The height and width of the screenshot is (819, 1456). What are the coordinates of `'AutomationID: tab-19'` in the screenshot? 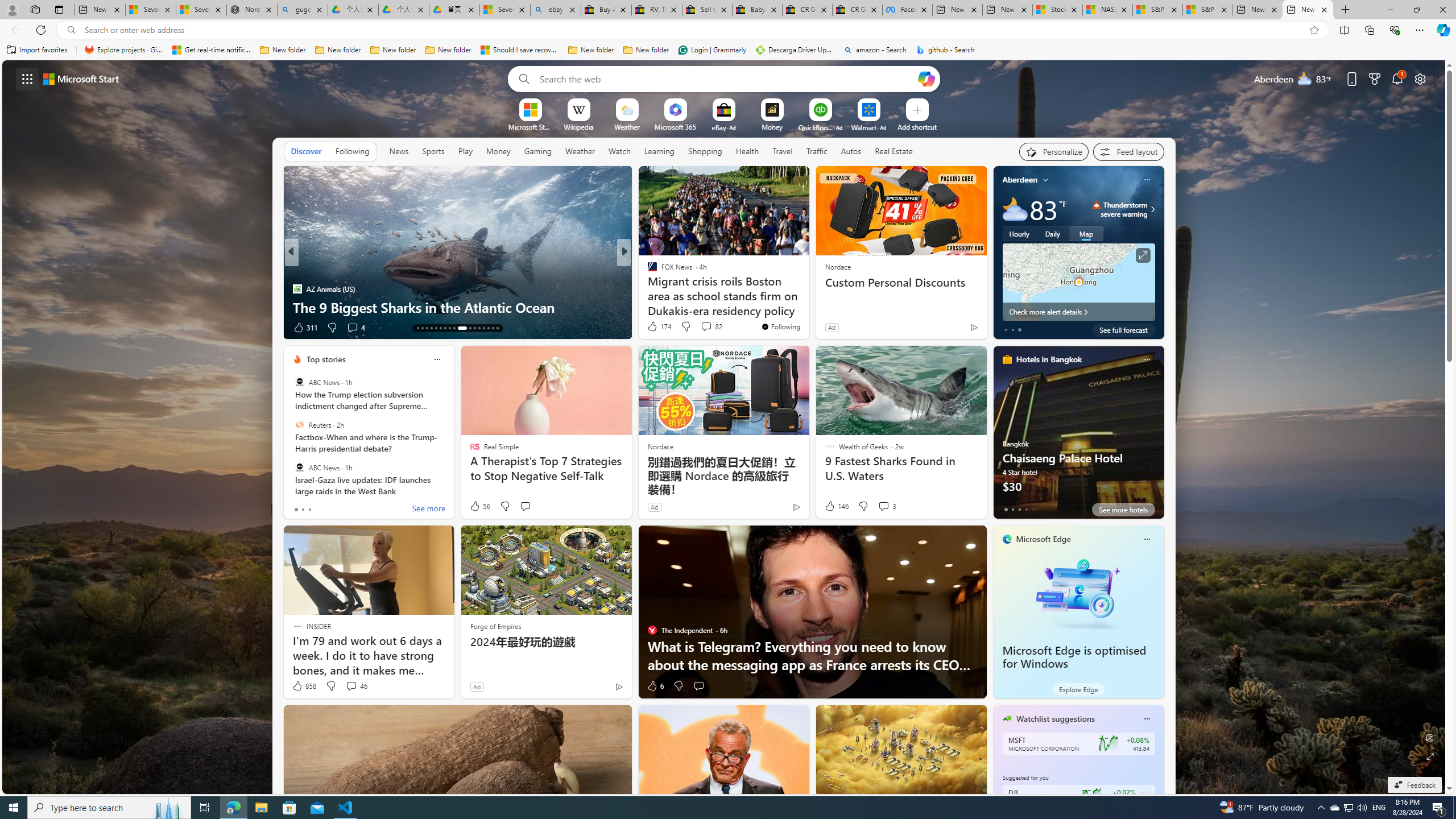 It's located at (445, 328).